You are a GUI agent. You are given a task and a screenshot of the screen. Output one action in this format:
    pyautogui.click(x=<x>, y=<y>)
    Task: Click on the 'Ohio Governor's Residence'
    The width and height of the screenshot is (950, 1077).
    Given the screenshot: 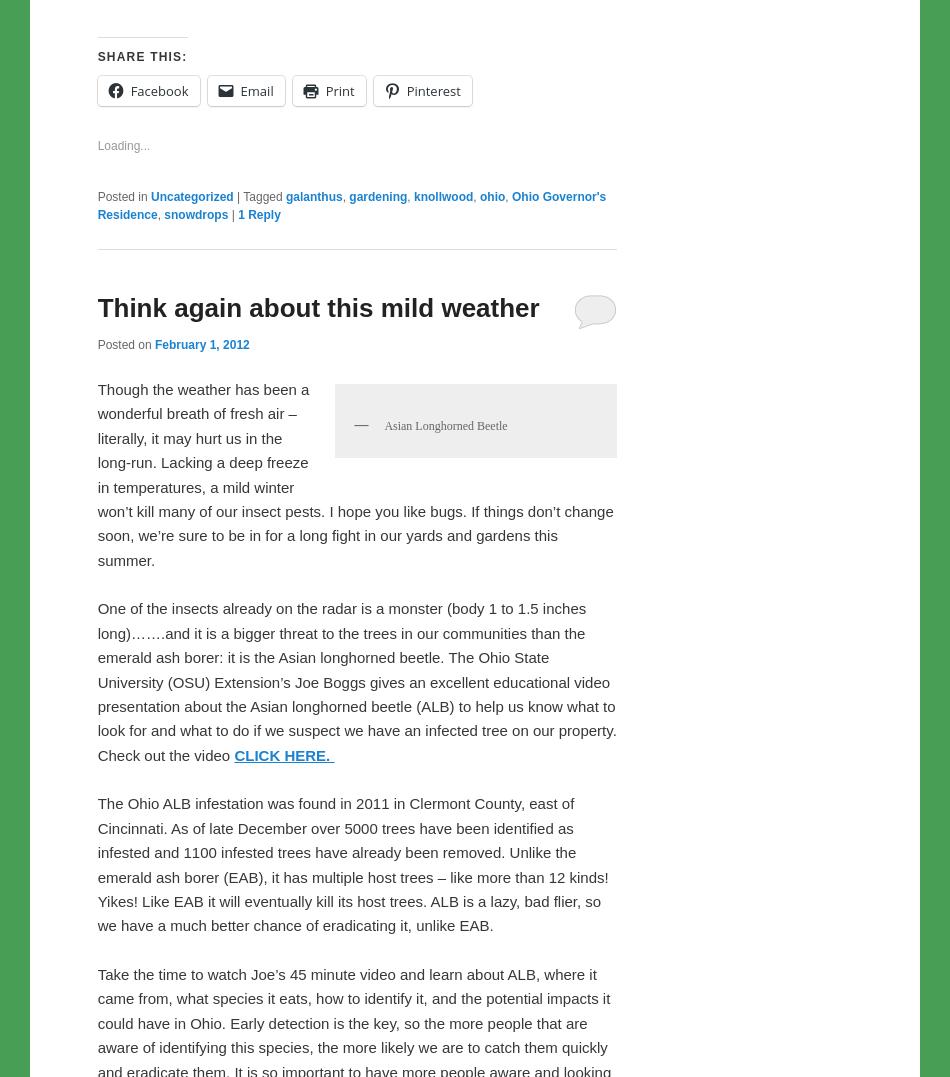 What is the action you would take?
    pyautogui.click(x=350, y=248)
    